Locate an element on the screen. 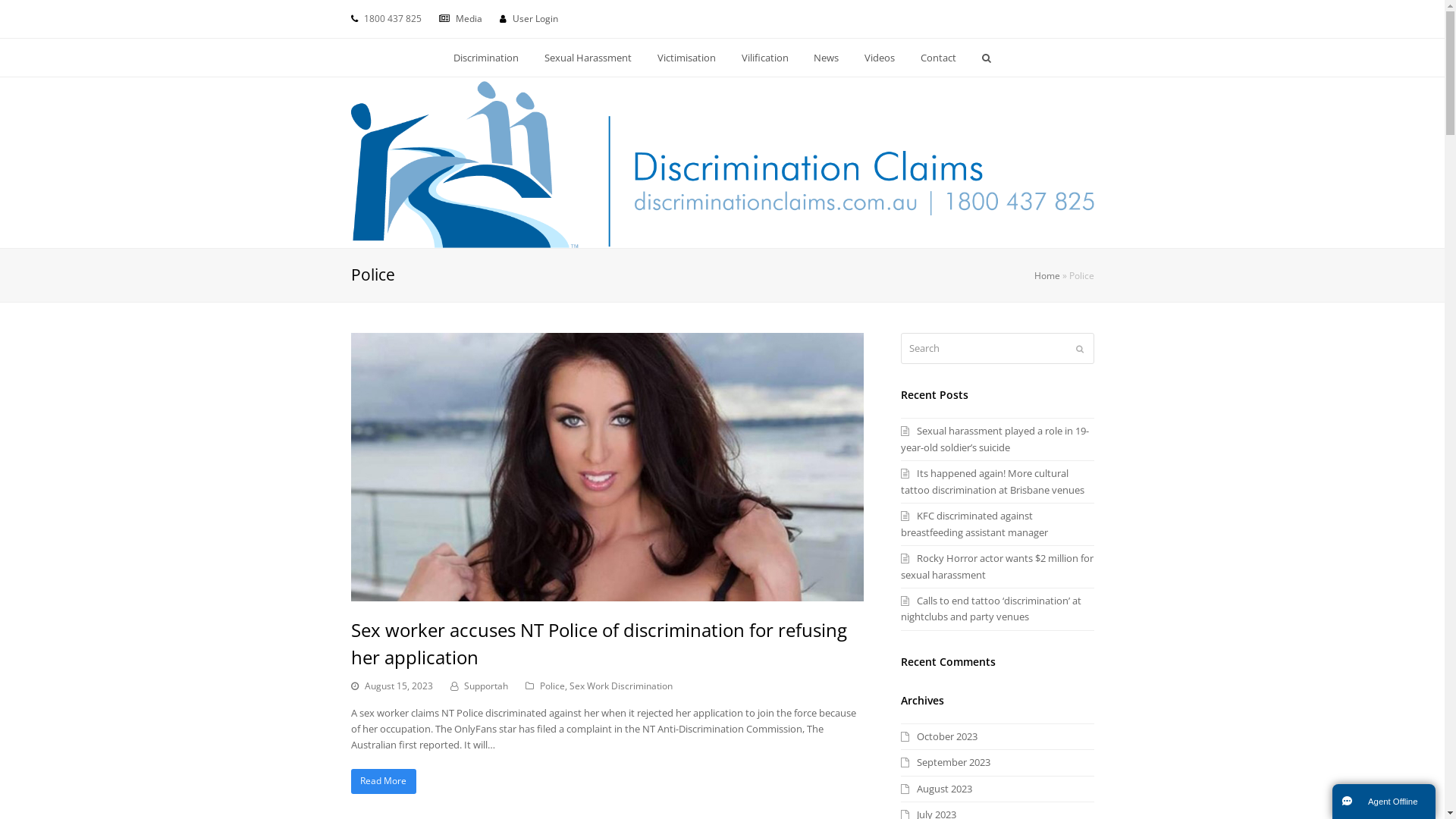 This screenshot has height=819, width=1456. 'Police' is located at coordinates (551, 686).